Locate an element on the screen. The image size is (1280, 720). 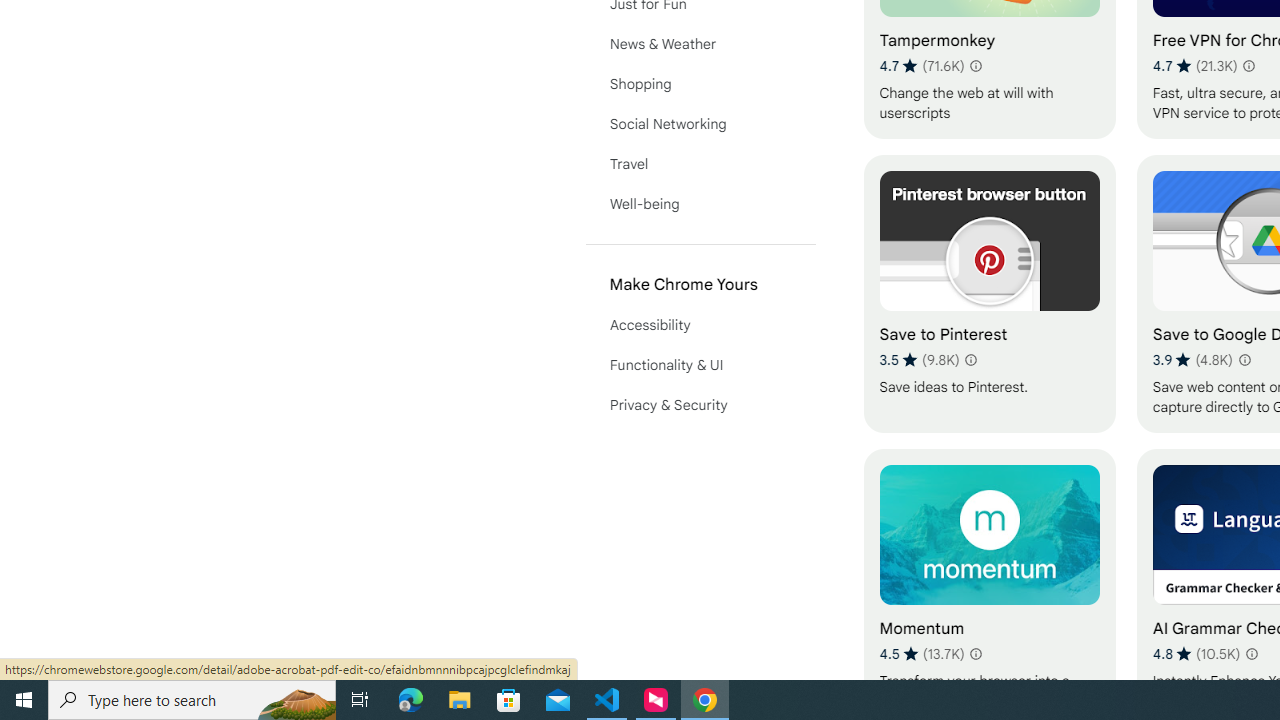
'Learn more about results and reviews "Momentum"' is located at coordinates (976, 654).